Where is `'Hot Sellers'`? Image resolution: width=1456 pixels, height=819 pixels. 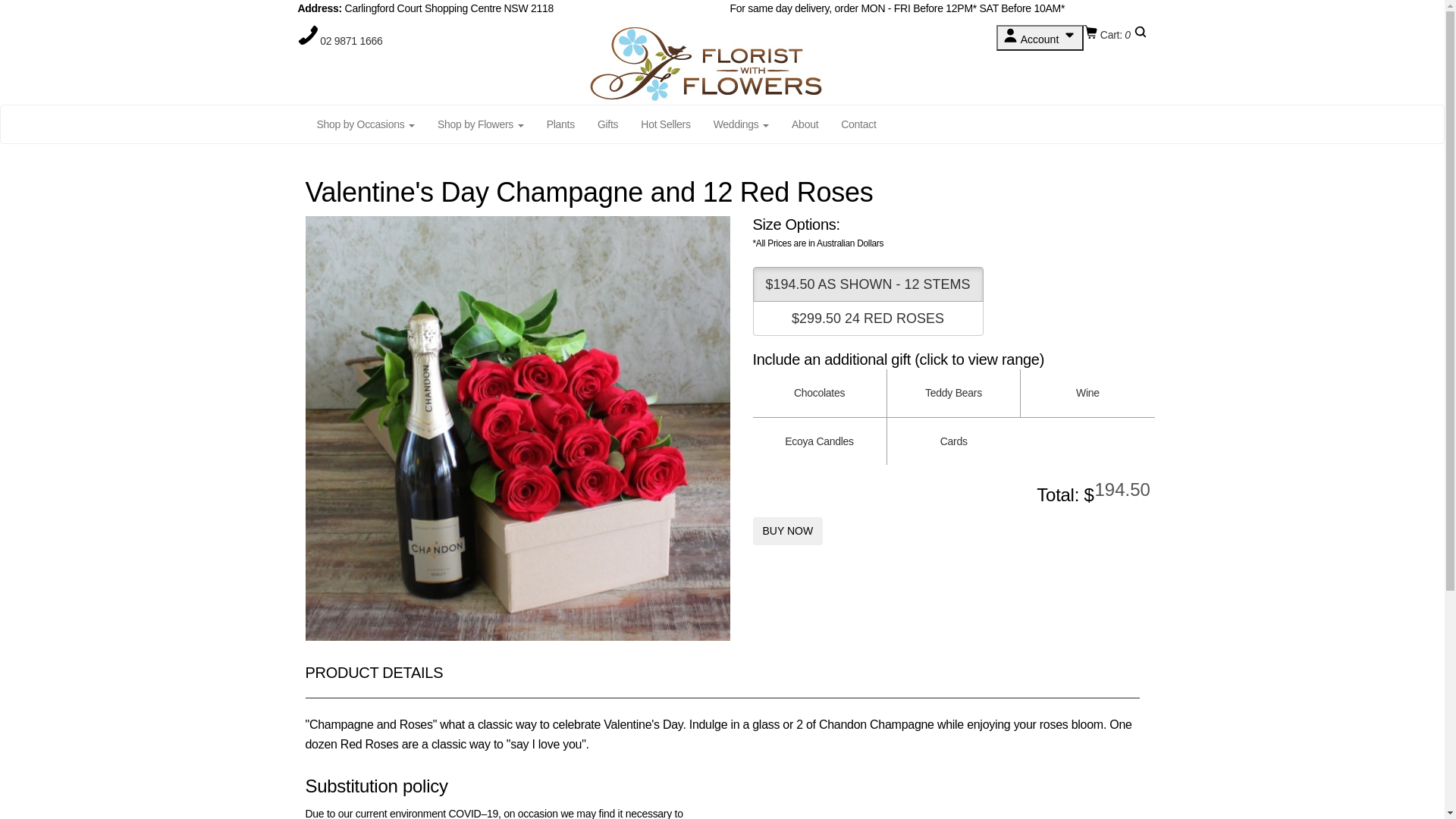 'Hot Sellers' is located at coordinates (665, 124).